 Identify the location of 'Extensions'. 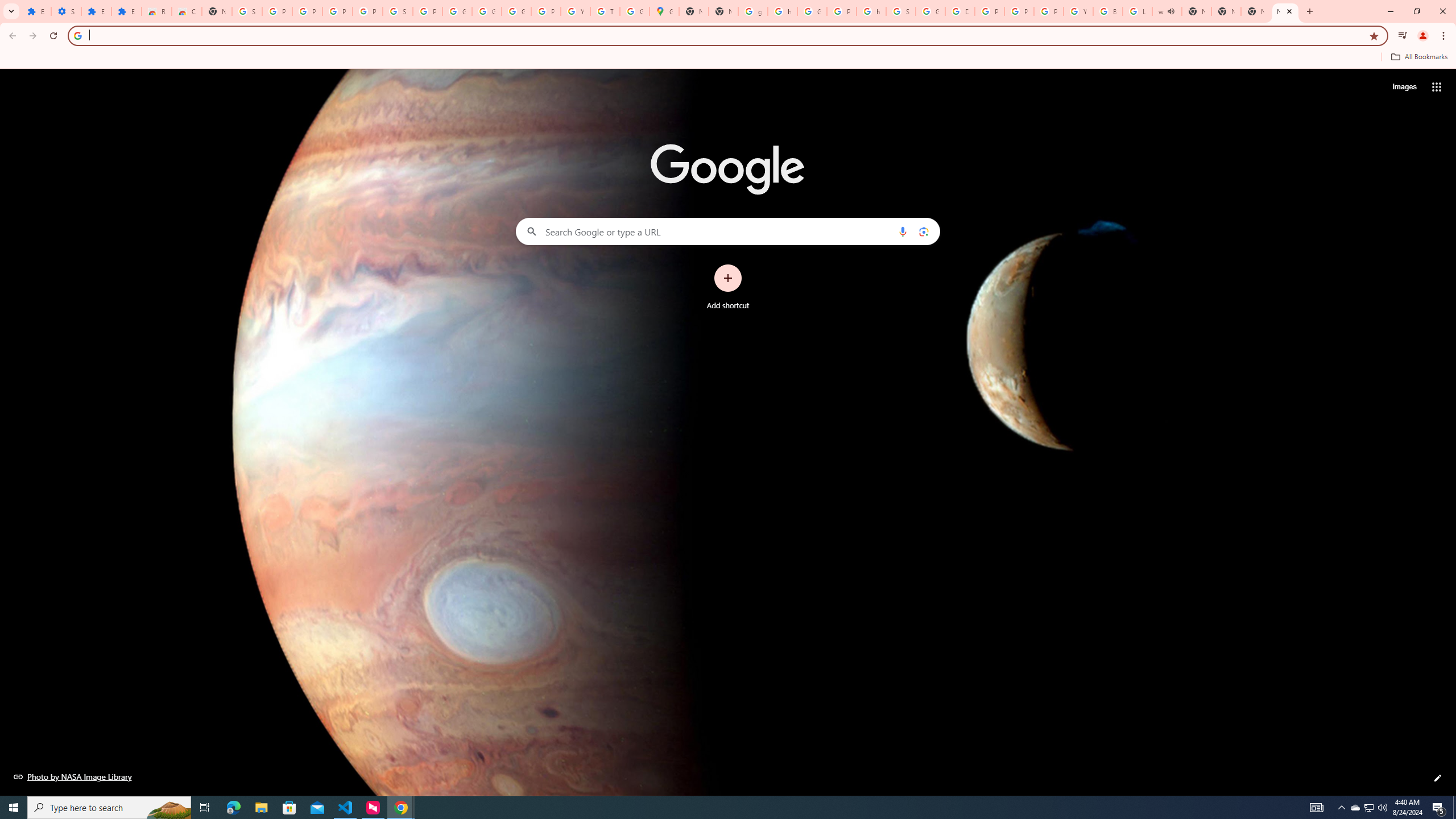
(36, 11).